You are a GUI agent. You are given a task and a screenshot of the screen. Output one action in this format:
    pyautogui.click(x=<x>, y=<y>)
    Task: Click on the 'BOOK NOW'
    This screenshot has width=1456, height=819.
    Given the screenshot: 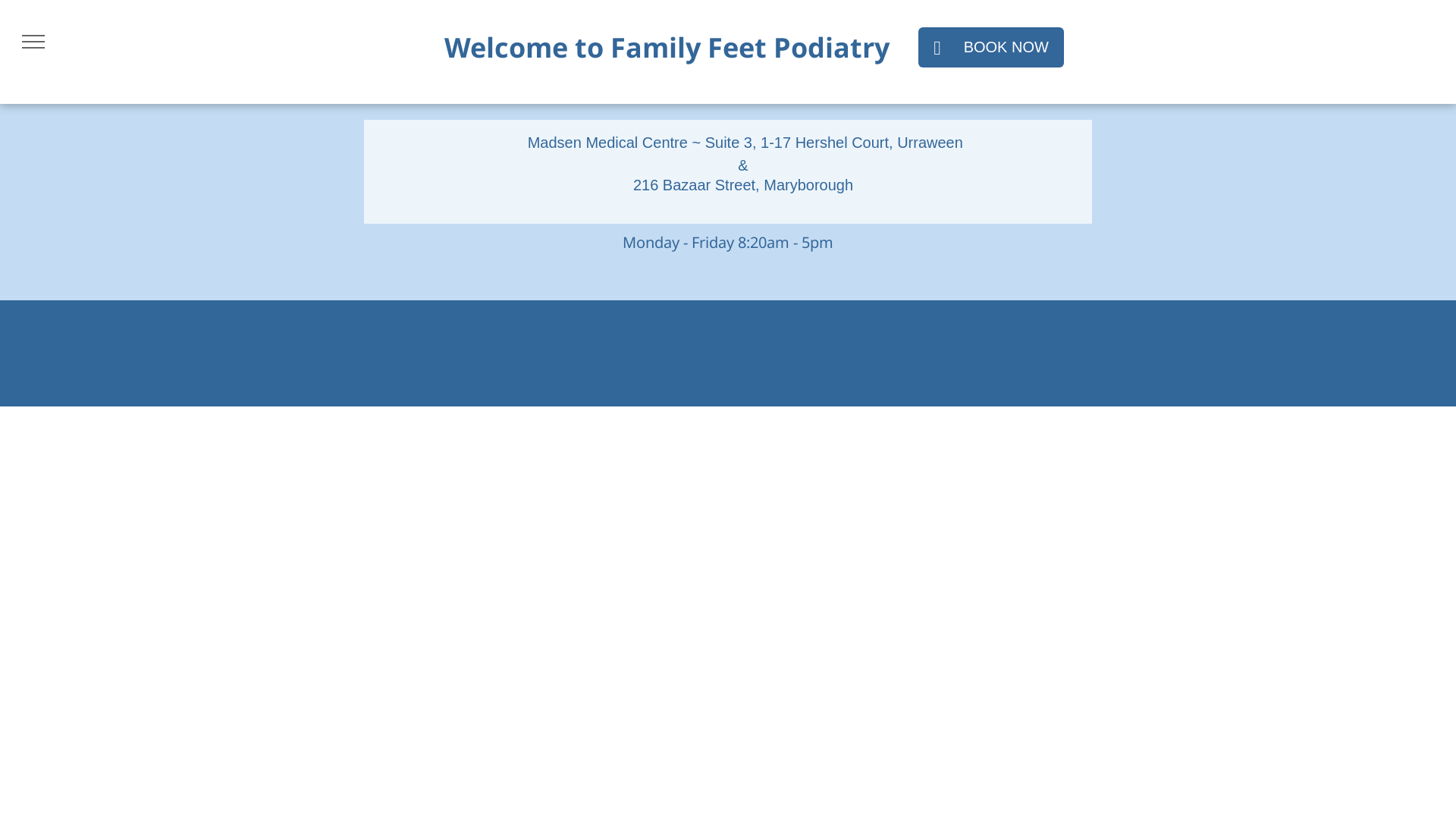 What is the action you would take?
    pyautogui.click(x=990, y=46)
    